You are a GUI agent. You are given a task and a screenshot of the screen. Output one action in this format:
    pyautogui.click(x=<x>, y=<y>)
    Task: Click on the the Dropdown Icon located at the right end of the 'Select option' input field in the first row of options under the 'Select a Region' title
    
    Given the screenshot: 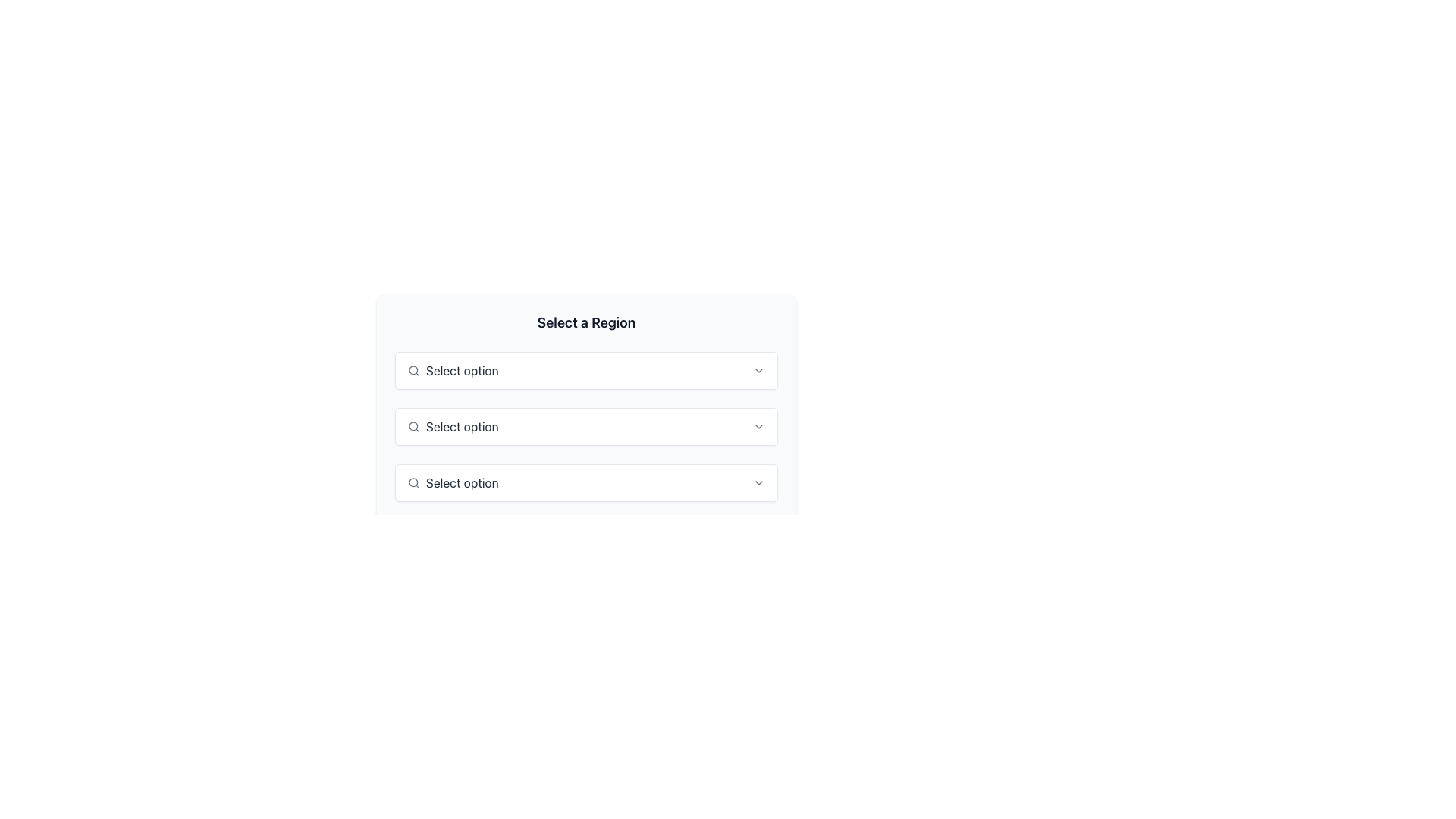 What is the action you would take?
    pyautogui.click(x=759, y=371)
    